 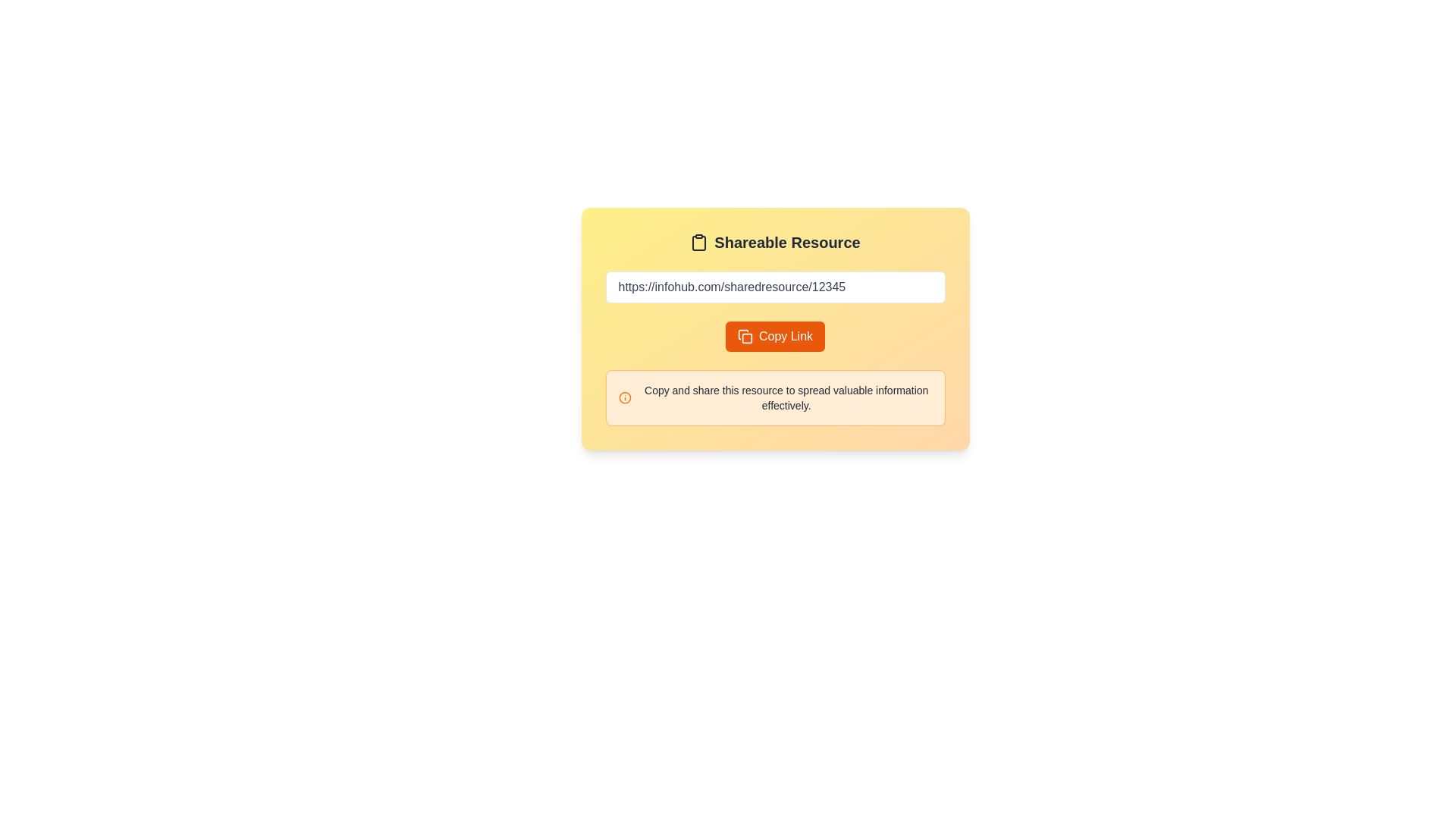 What do you see at coordinates (625, 397) in the screenshot?
I see `the circular shape within the SVG graphic component, which is part of a composite icon located on the right of the larger interface` at bounding box center [625, 397].